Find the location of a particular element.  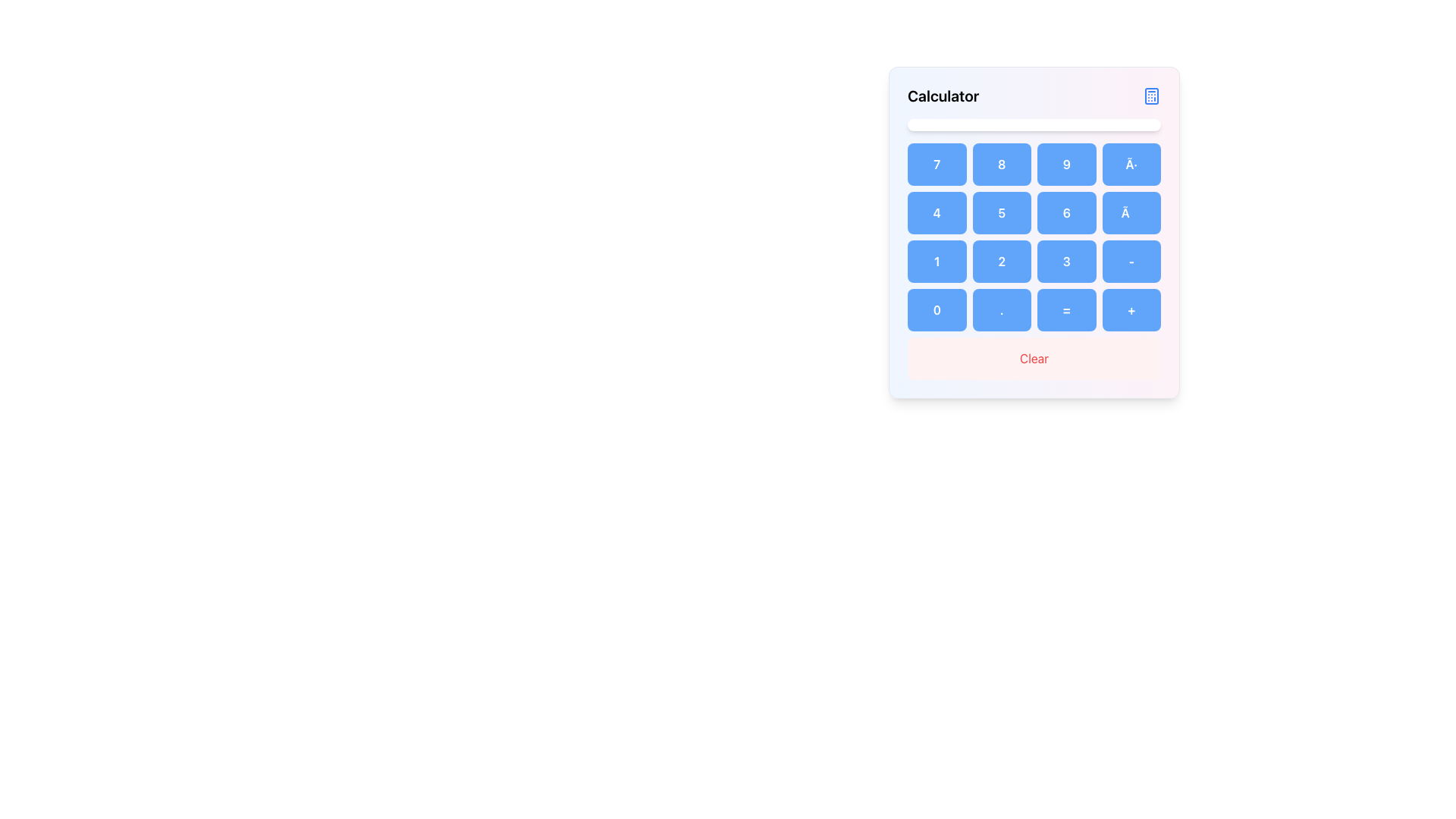

the numeric input button representing the number '7' in the top-left corner of the calculator grid to input the digit '7' is located at coordinates (936, 164).